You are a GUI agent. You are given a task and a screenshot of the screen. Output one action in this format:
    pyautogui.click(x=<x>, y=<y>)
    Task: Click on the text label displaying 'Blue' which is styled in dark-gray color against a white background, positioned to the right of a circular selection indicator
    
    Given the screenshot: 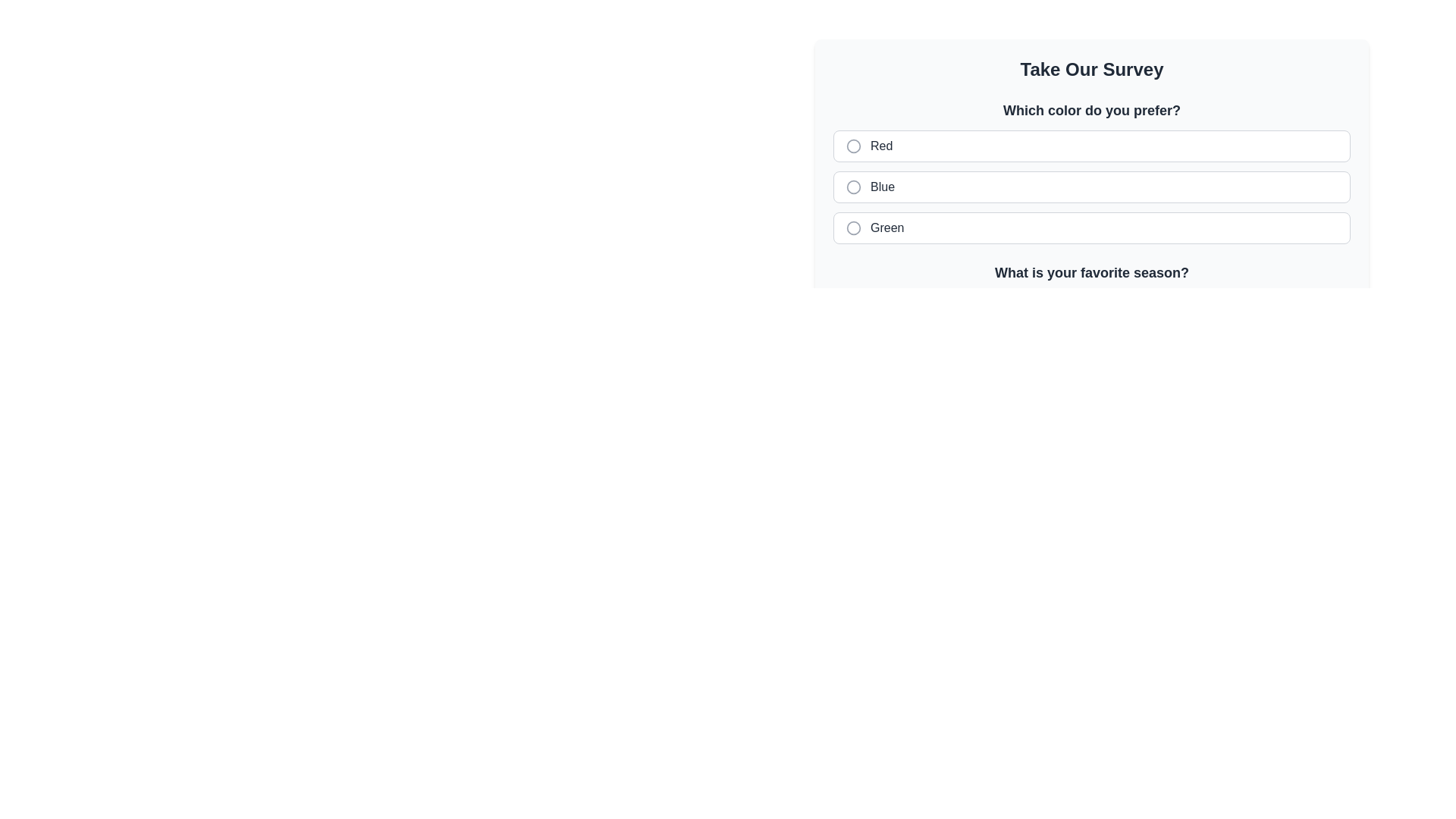 What is the action you would take?
    pyautogui.click(x=883, y=186)
    